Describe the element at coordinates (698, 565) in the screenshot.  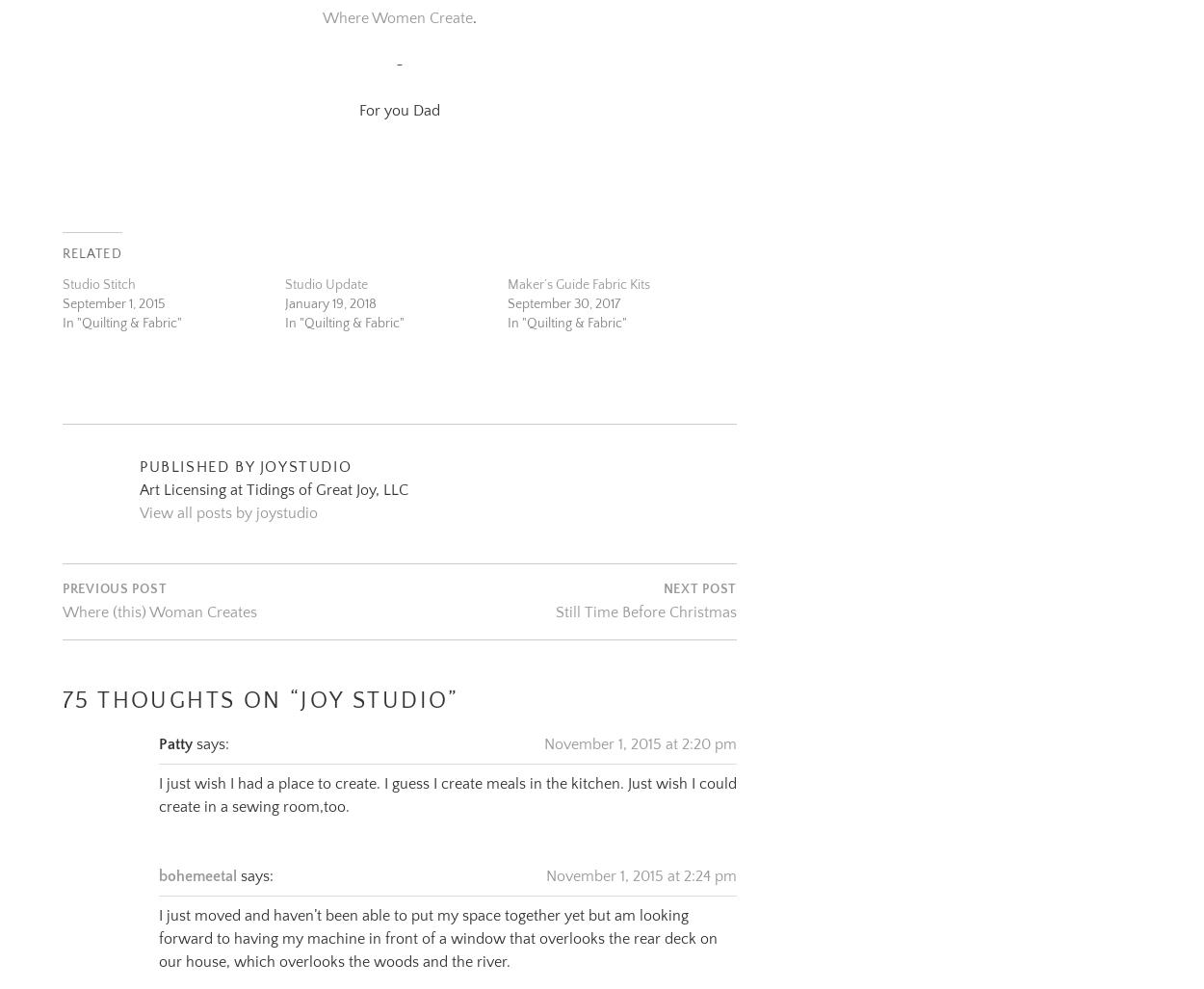
I see `'Next Post'` at that location.